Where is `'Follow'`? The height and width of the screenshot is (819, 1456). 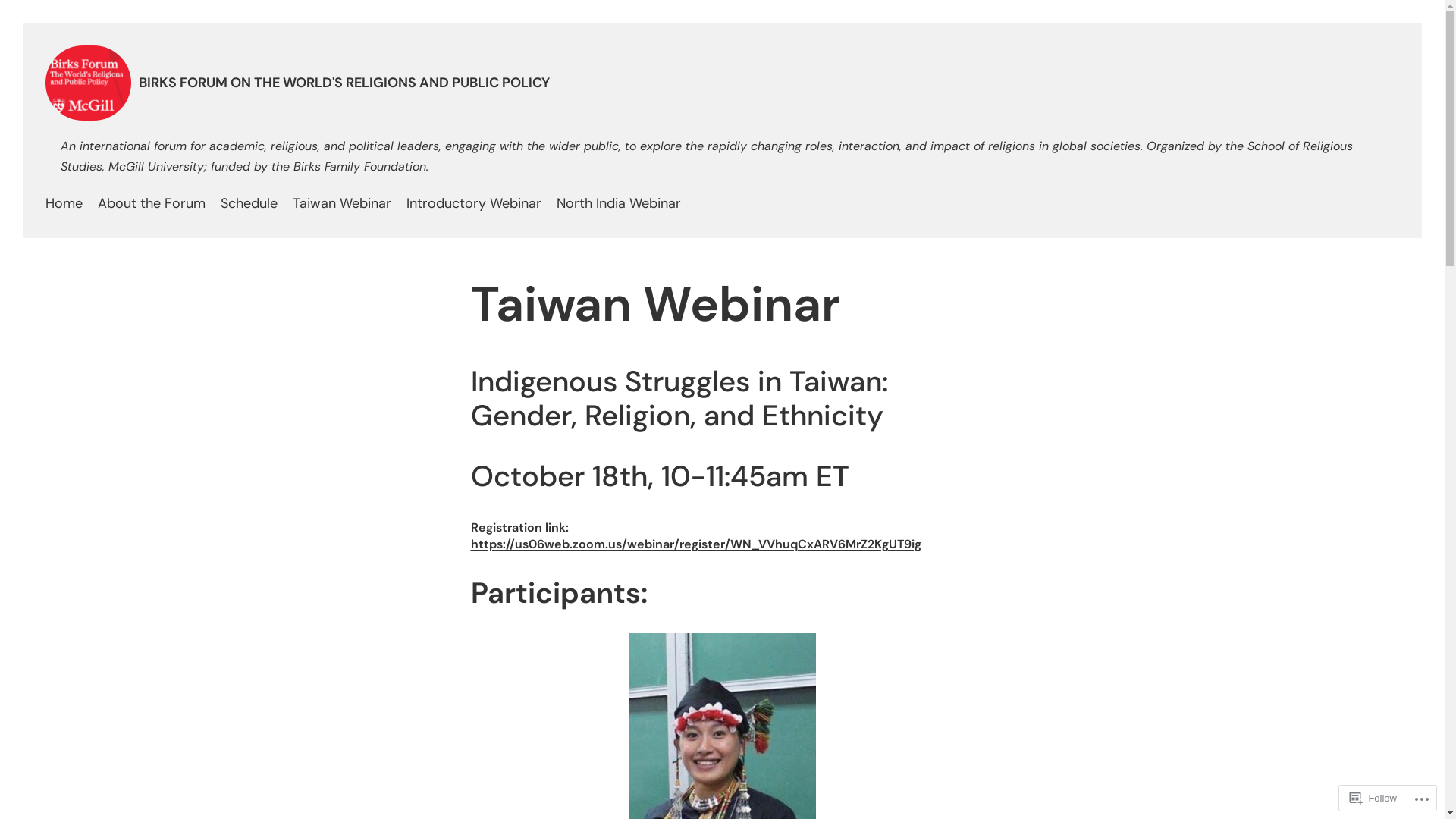
'Follow' is located at coordinates (1343, 797).